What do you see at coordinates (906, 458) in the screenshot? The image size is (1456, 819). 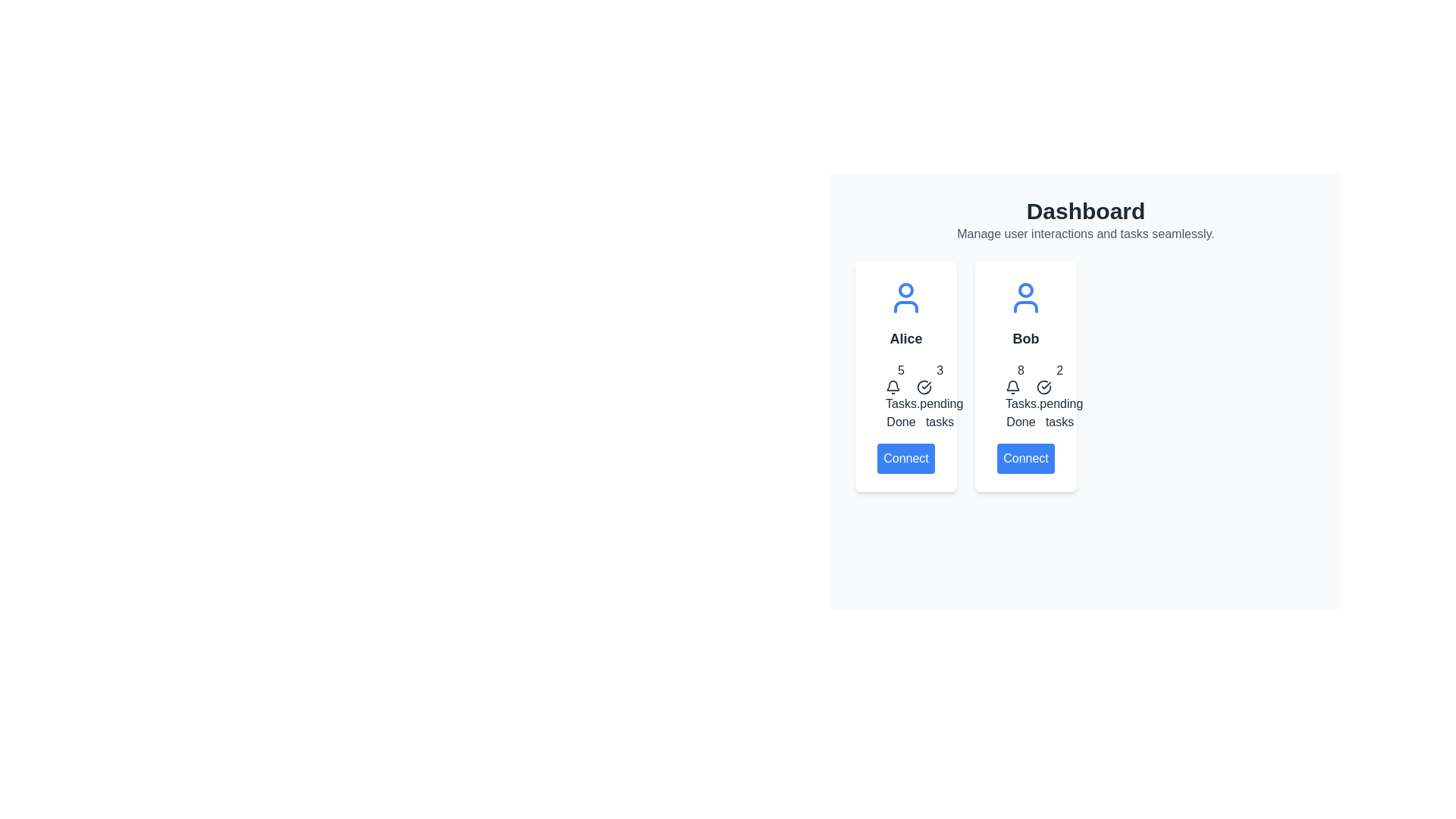 I see `the button located at the bottom of Alice's user card to initiate a connection` at bounding box center [906, 458].